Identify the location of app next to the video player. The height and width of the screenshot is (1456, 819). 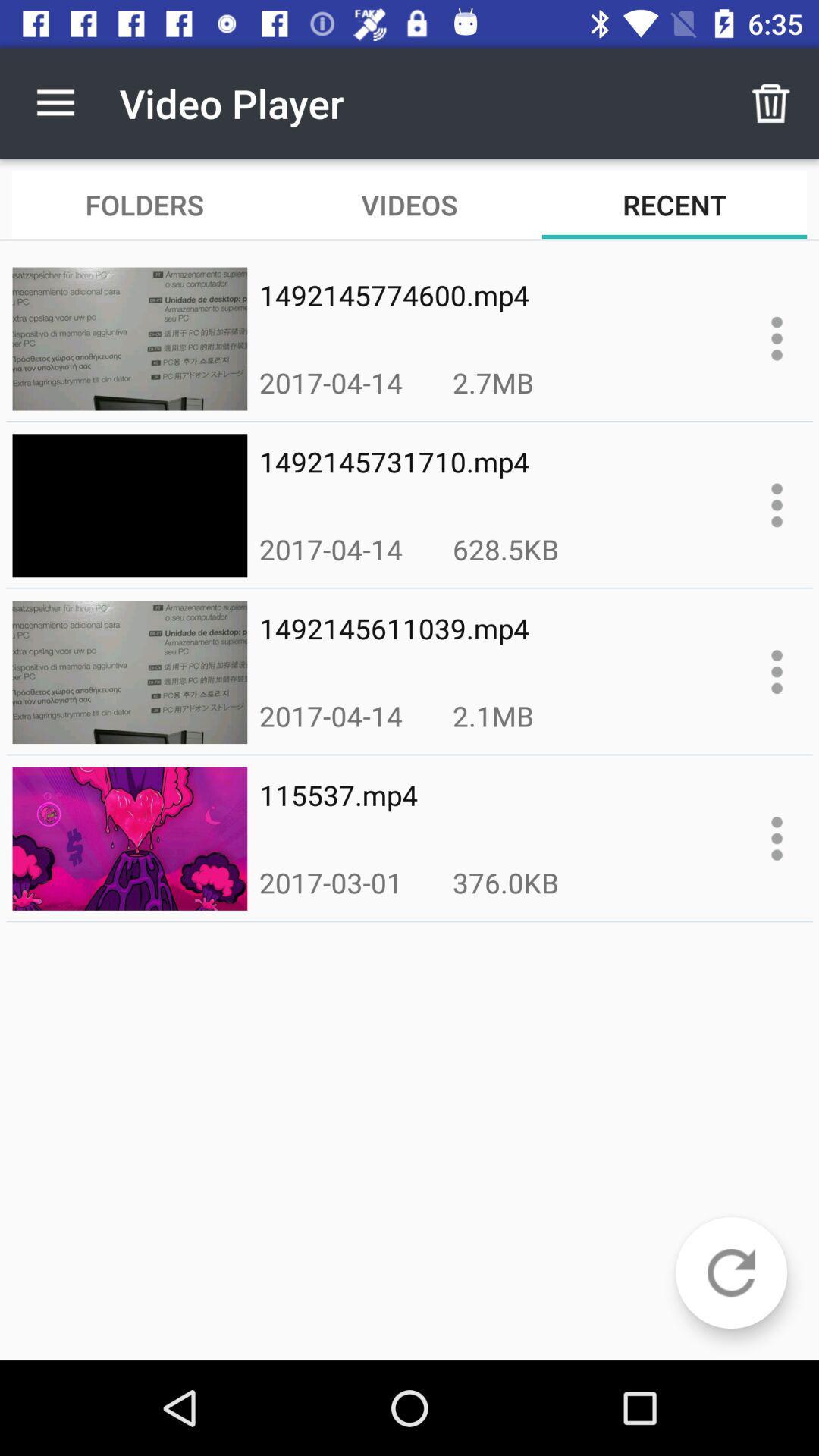
(55, 102).